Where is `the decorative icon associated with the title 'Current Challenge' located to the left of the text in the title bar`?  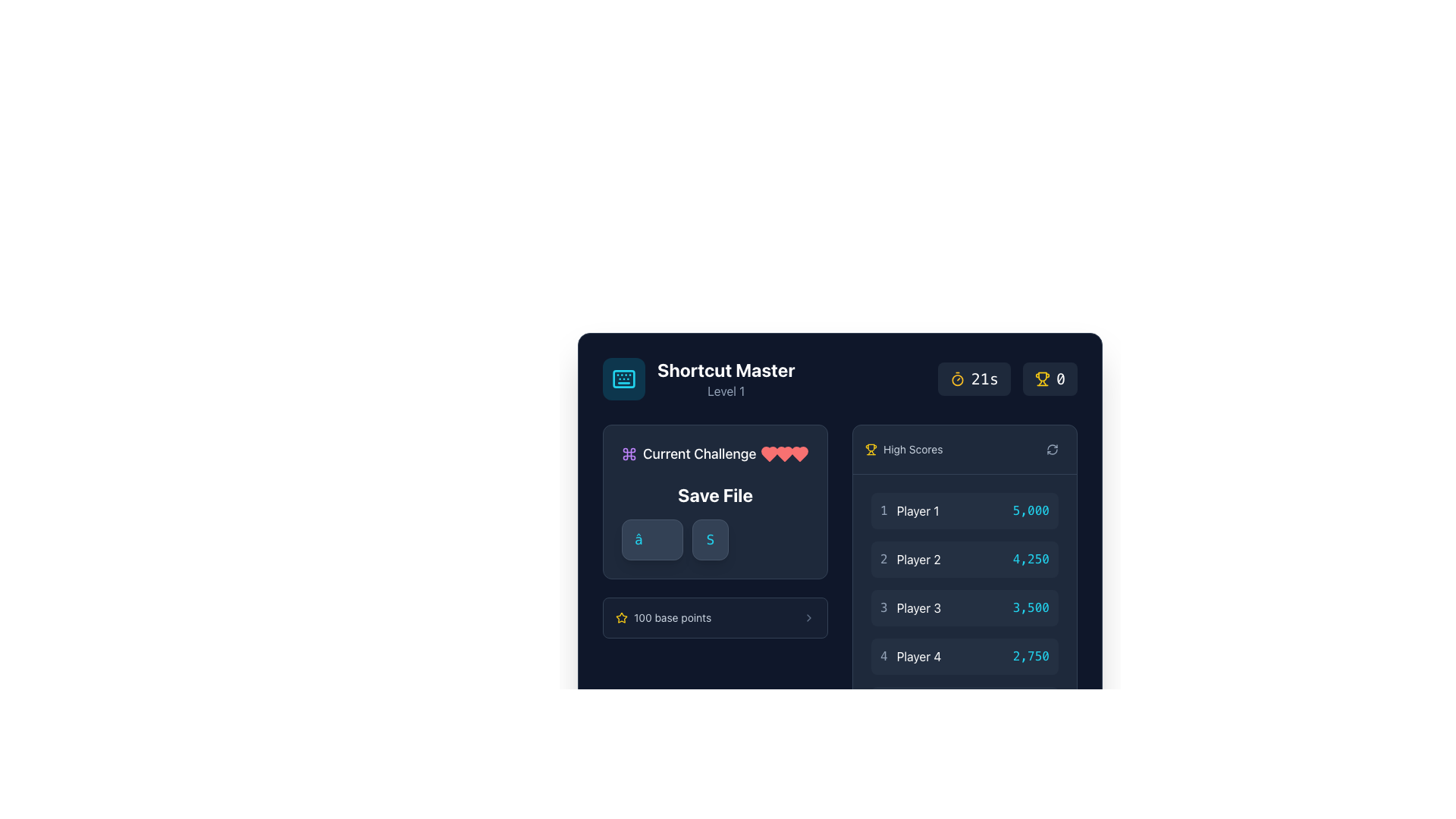
the decorative icon associated with the title 'Current Challenge' located to the left of the text in the title bar is located at coordinates (629, 453).